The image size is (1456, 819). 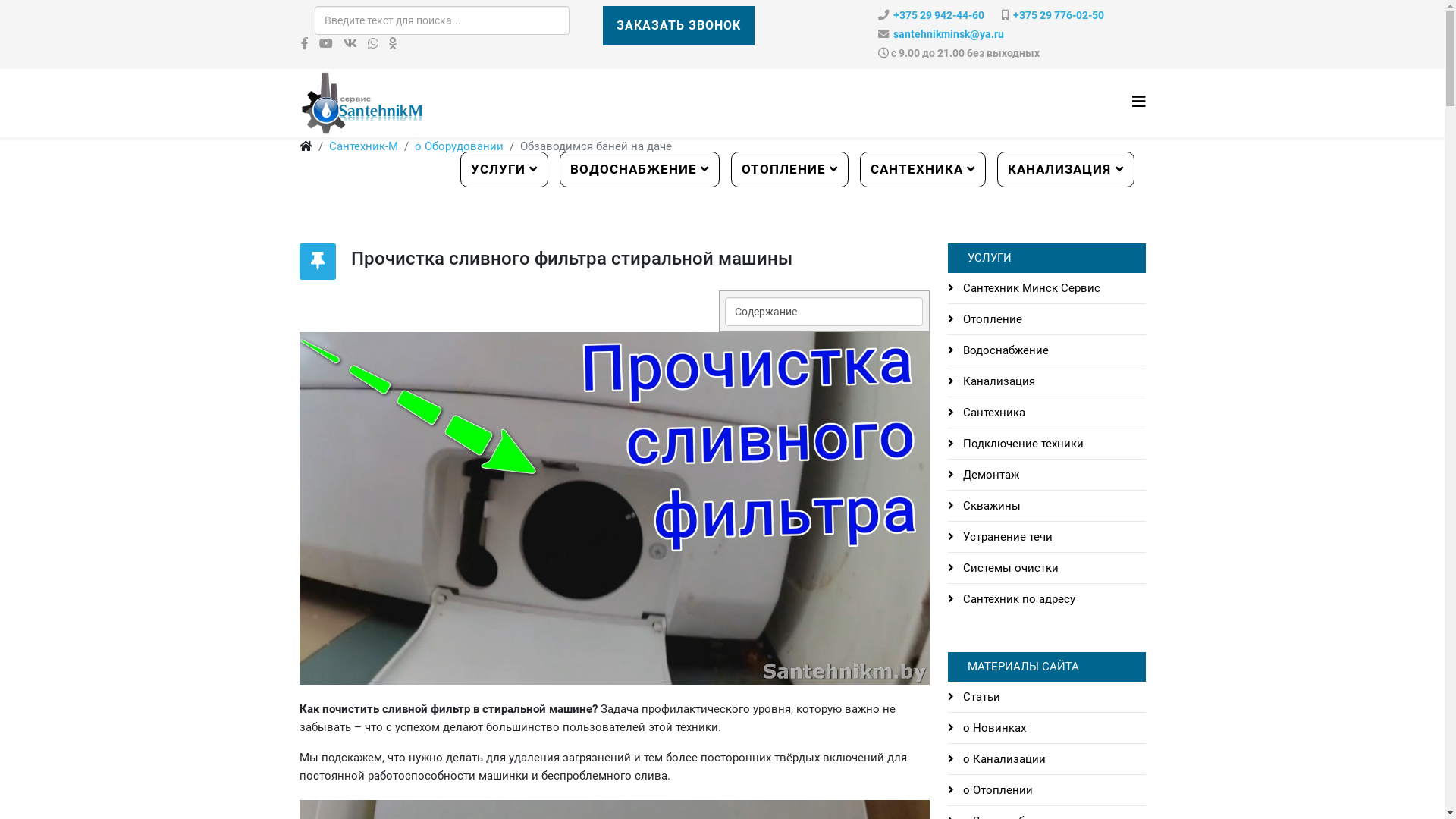 I want to click on '+375 29 942-44-60', so click(x=938, y=15).